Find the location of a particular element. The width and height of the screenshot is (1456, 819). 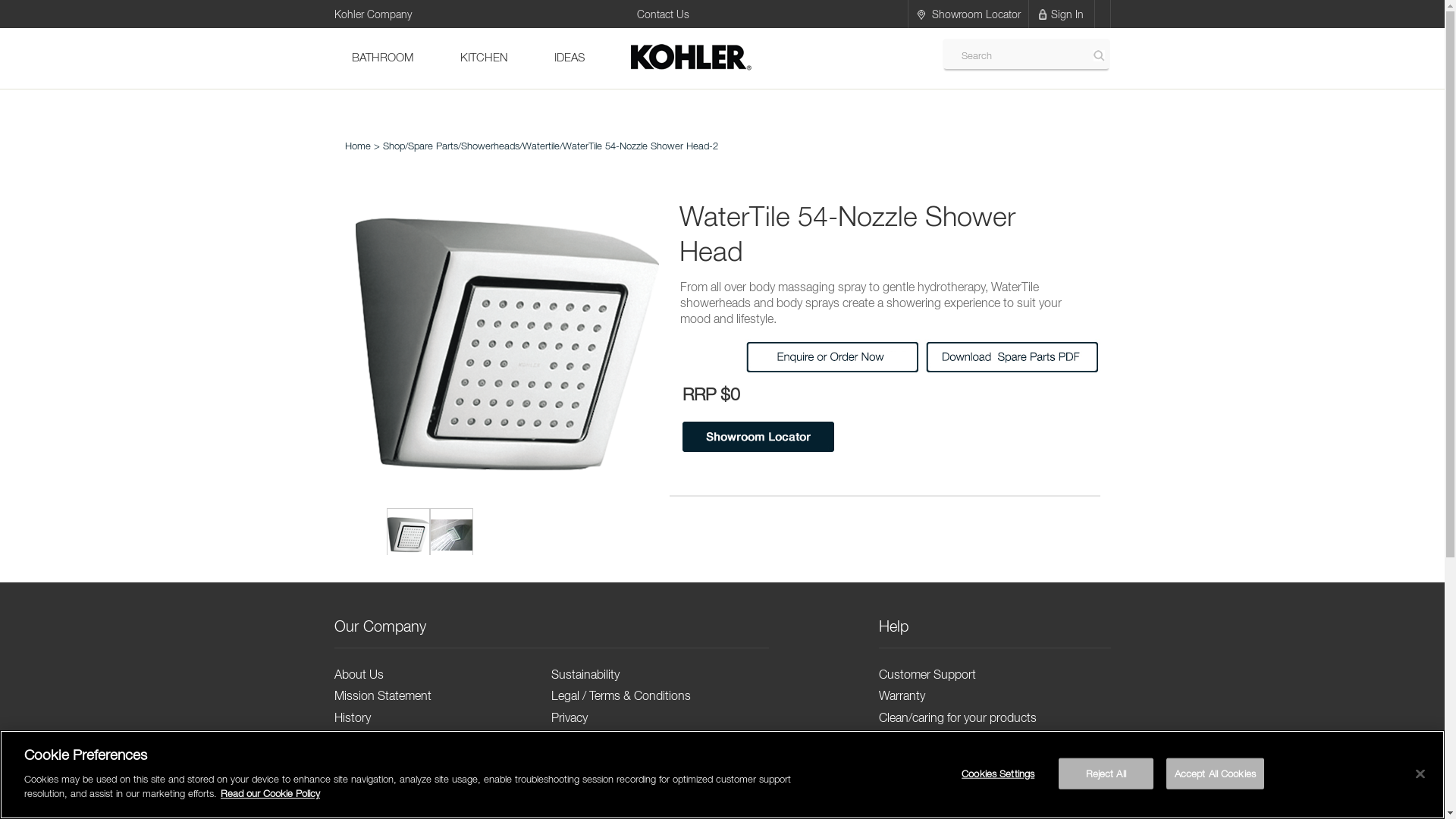

'Privacy' is located at coordinates (568, 717).